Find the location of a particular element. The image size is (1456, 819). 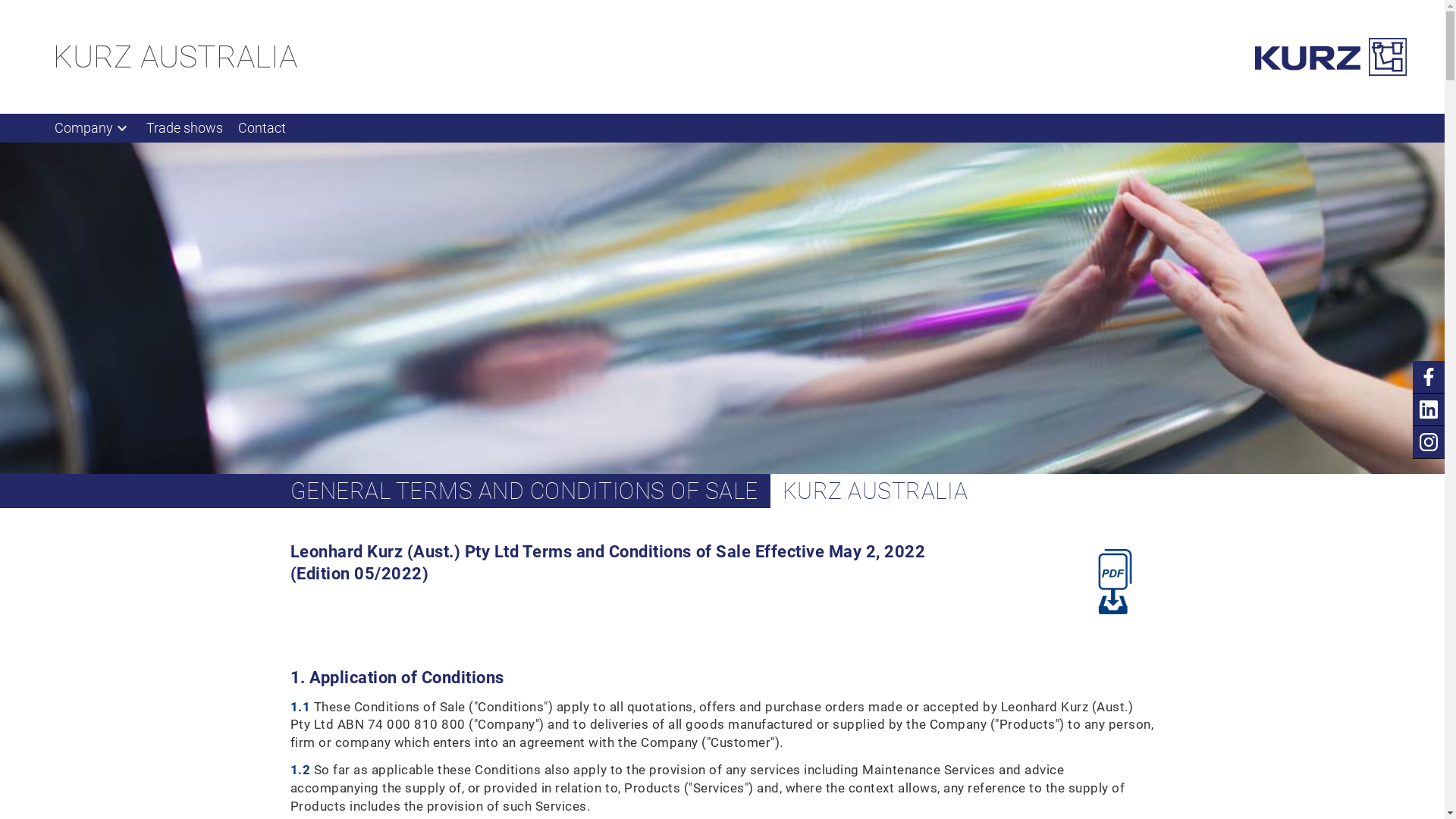

'Company' is located at coordinates (92, 127).